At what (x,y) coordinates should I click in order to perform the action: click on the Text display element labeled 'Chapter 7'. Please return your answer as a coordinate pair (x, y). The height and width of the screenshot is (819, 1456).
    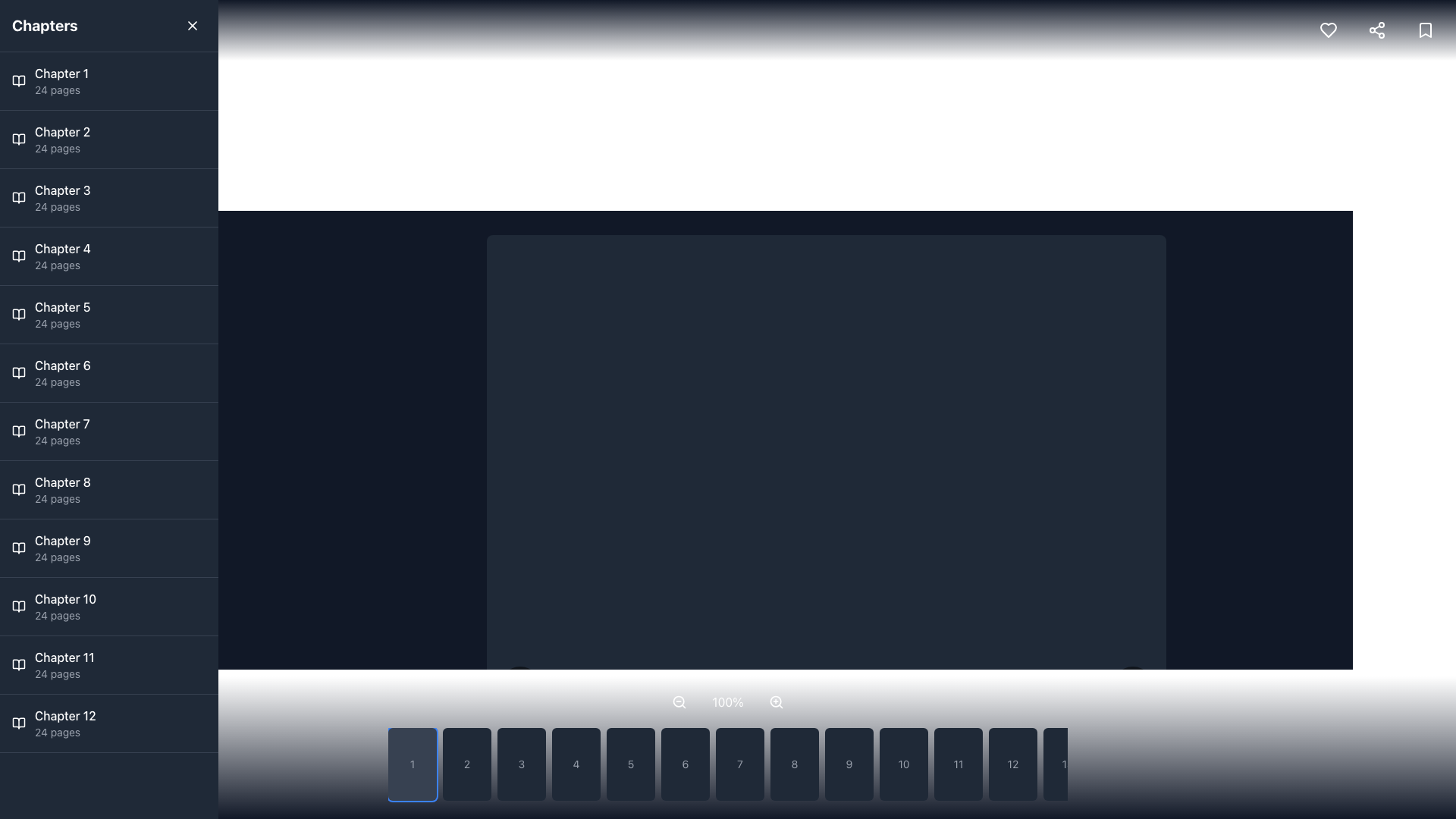
    Looking at the image, I should click on (61, 431).